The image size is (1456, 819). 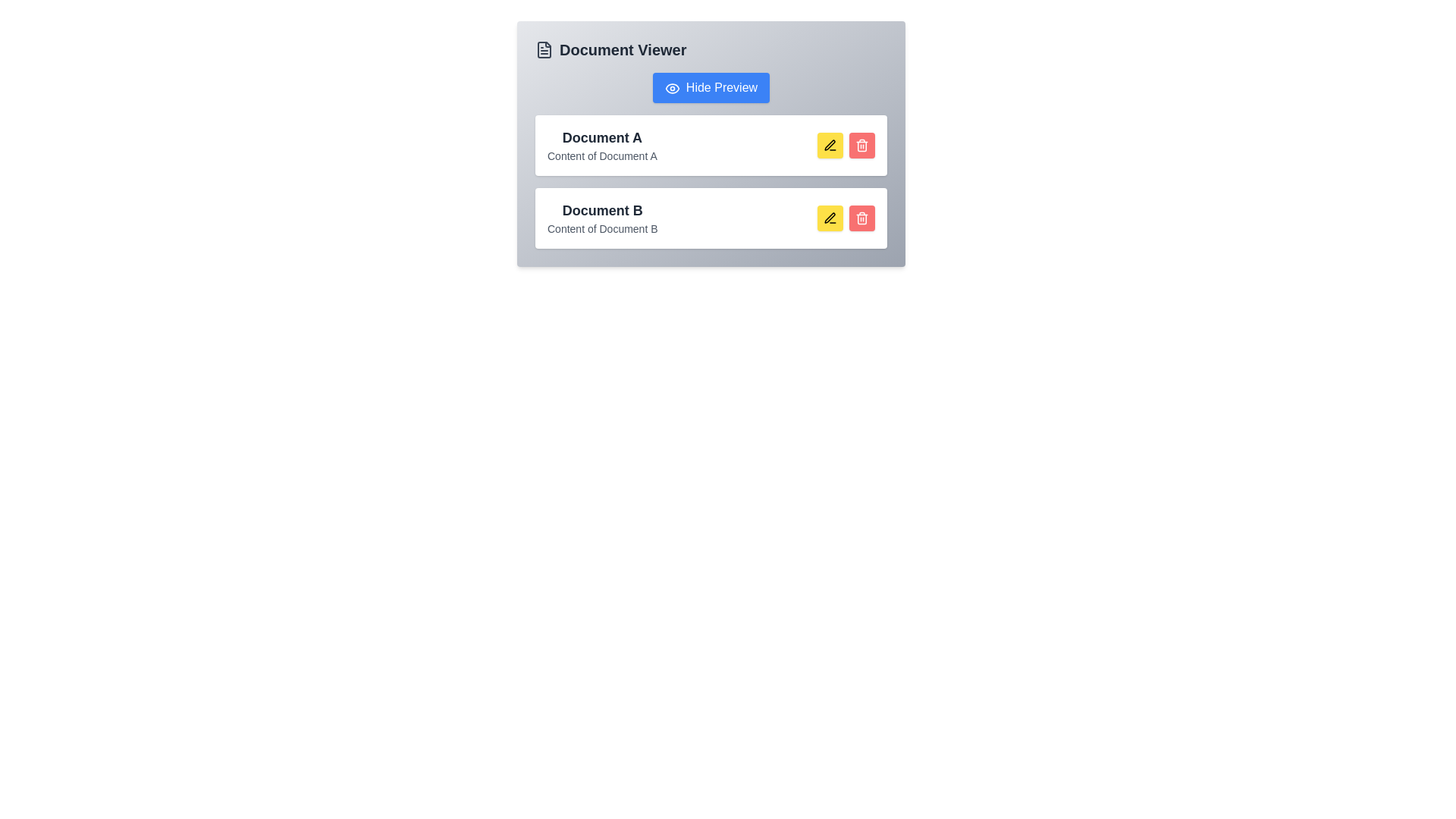 I want to click on the text label displaying 'Content of Document A' which is located below the title 'Document A' in a small gray font, so click(x=601, y=155).